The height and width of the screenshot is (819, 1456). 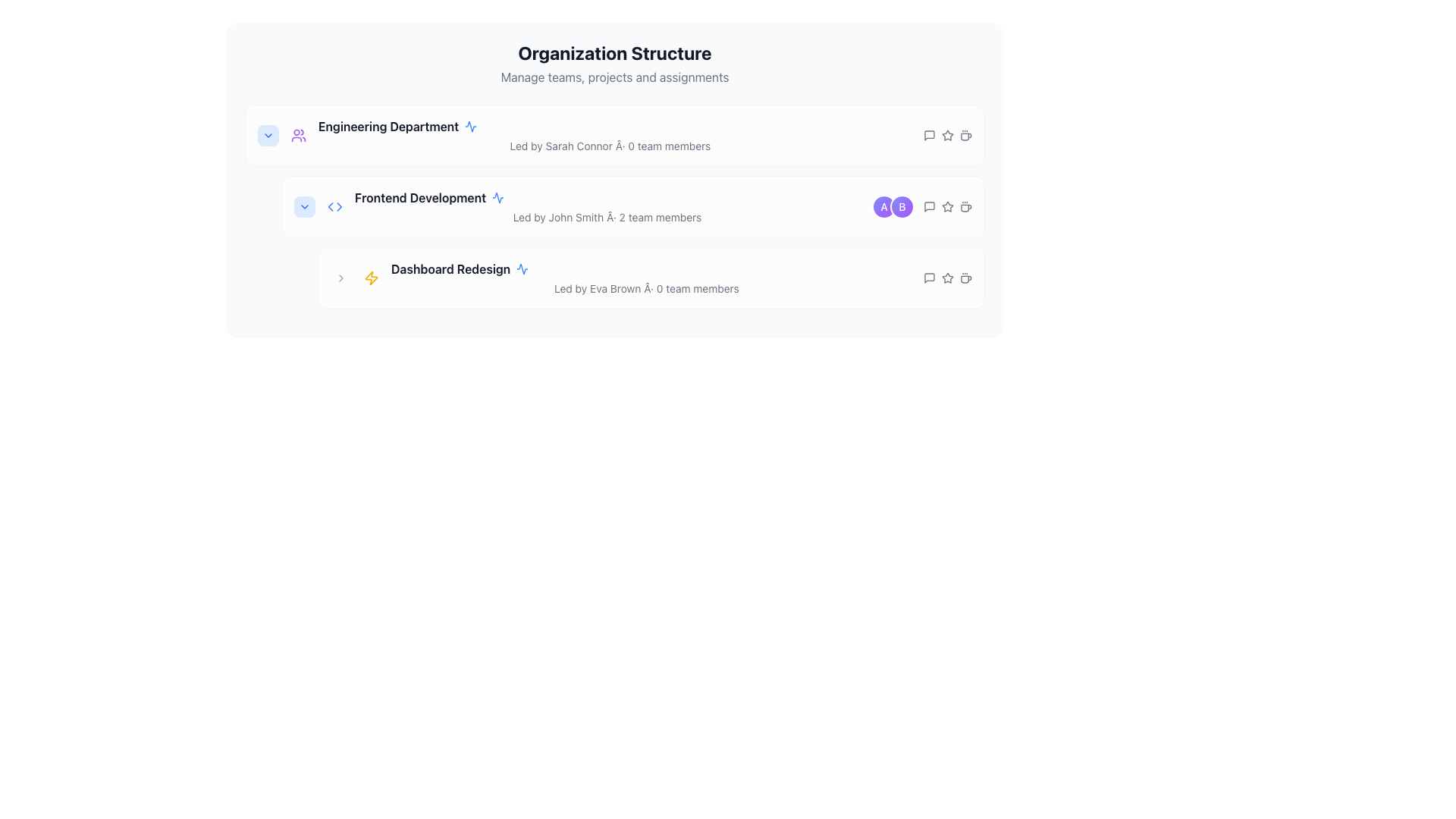 I want to click on the rightward arrow-shaped SVG icon with a blue hue, located in the 'Frontend Development' section, adjacent to its label, so click(x=338, y=207).